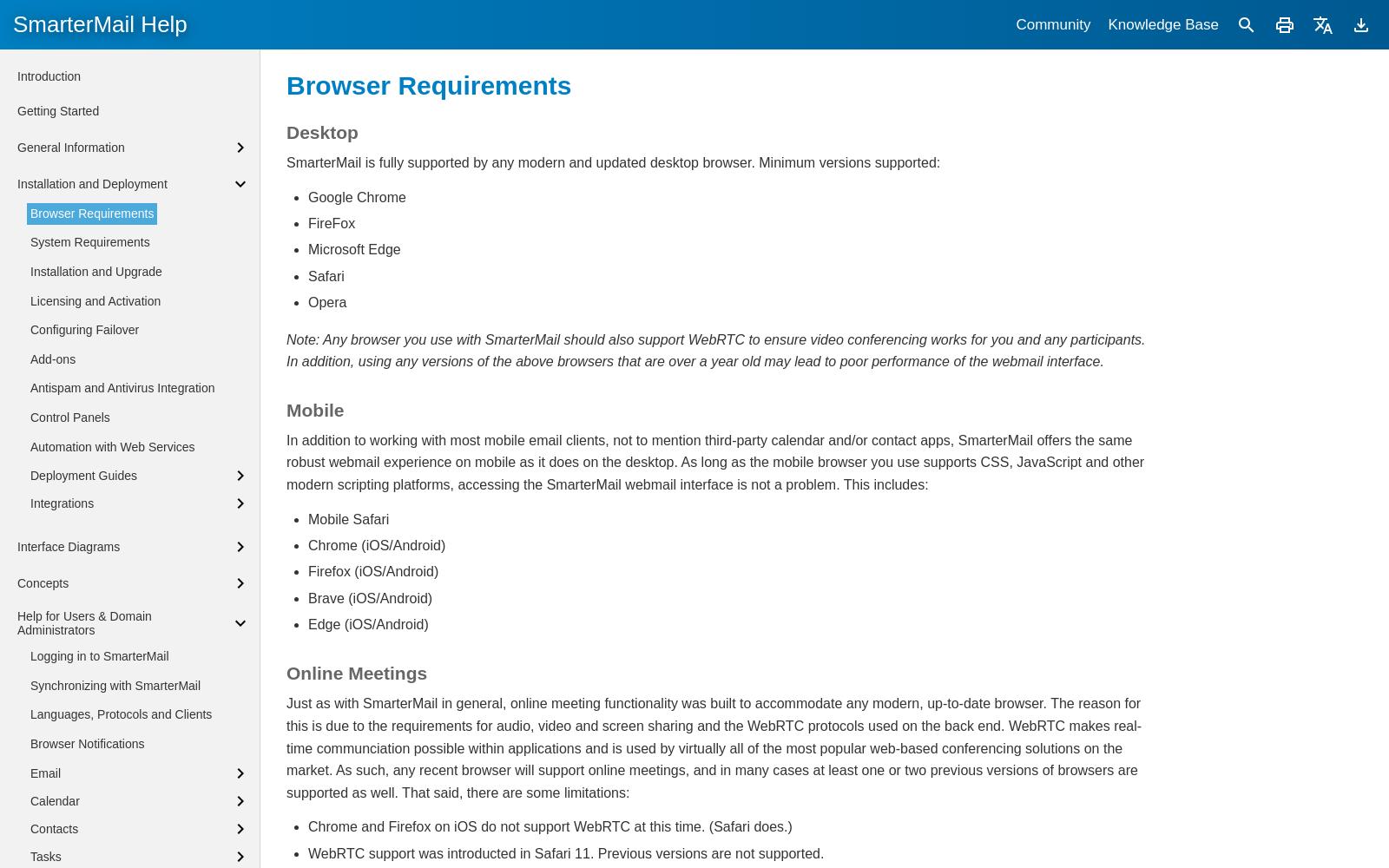 This screenshot has width=1389, height=868. I want to click on 'Add-ons', so click(30, 358).